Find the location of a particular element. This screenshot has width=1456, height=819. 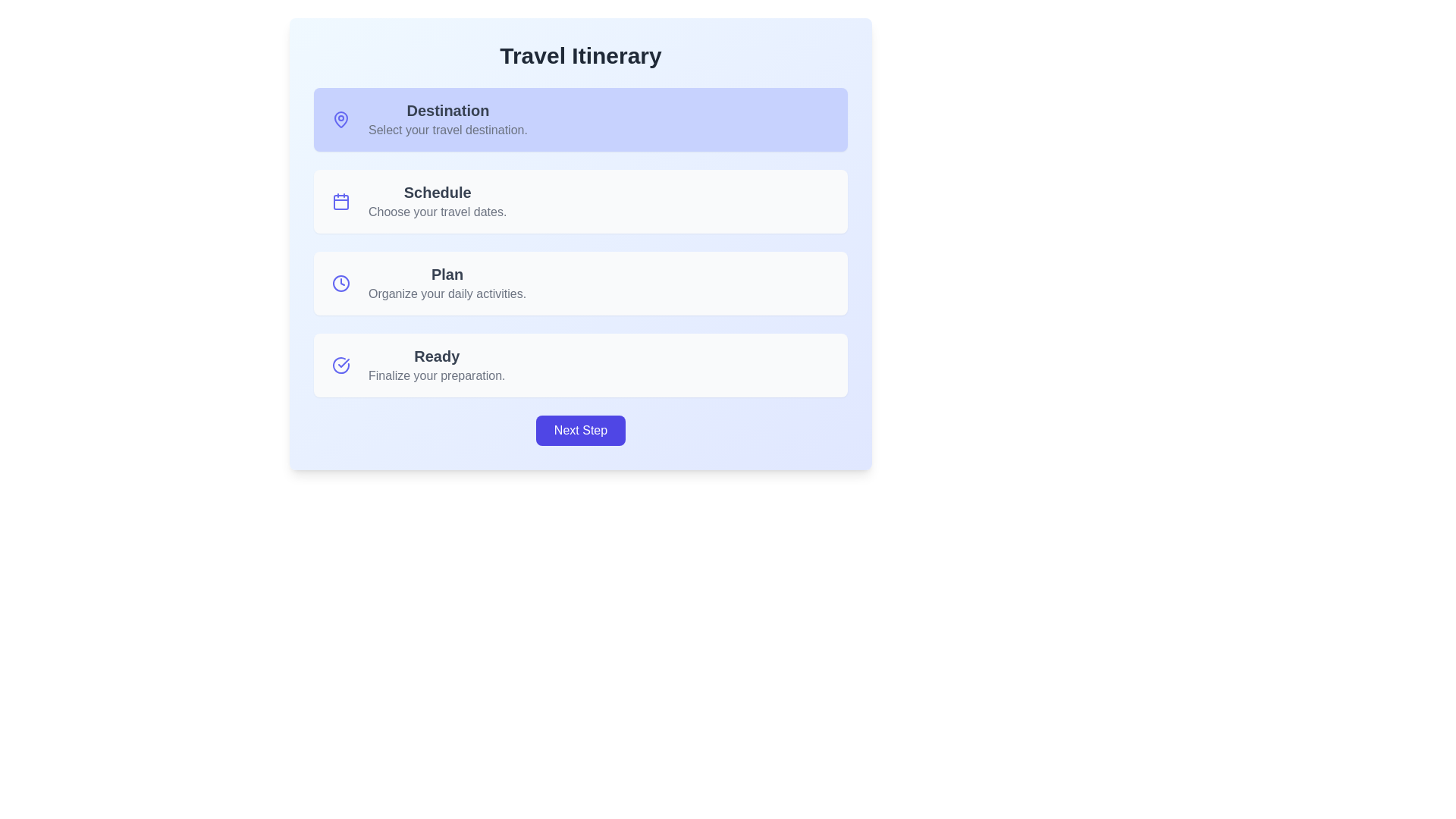

the SVG Icon located at the top left corner of the 'Destination' card, adjacent to the text 'Destination', by moving the cursor to its center is located at coordinates (340, 119).